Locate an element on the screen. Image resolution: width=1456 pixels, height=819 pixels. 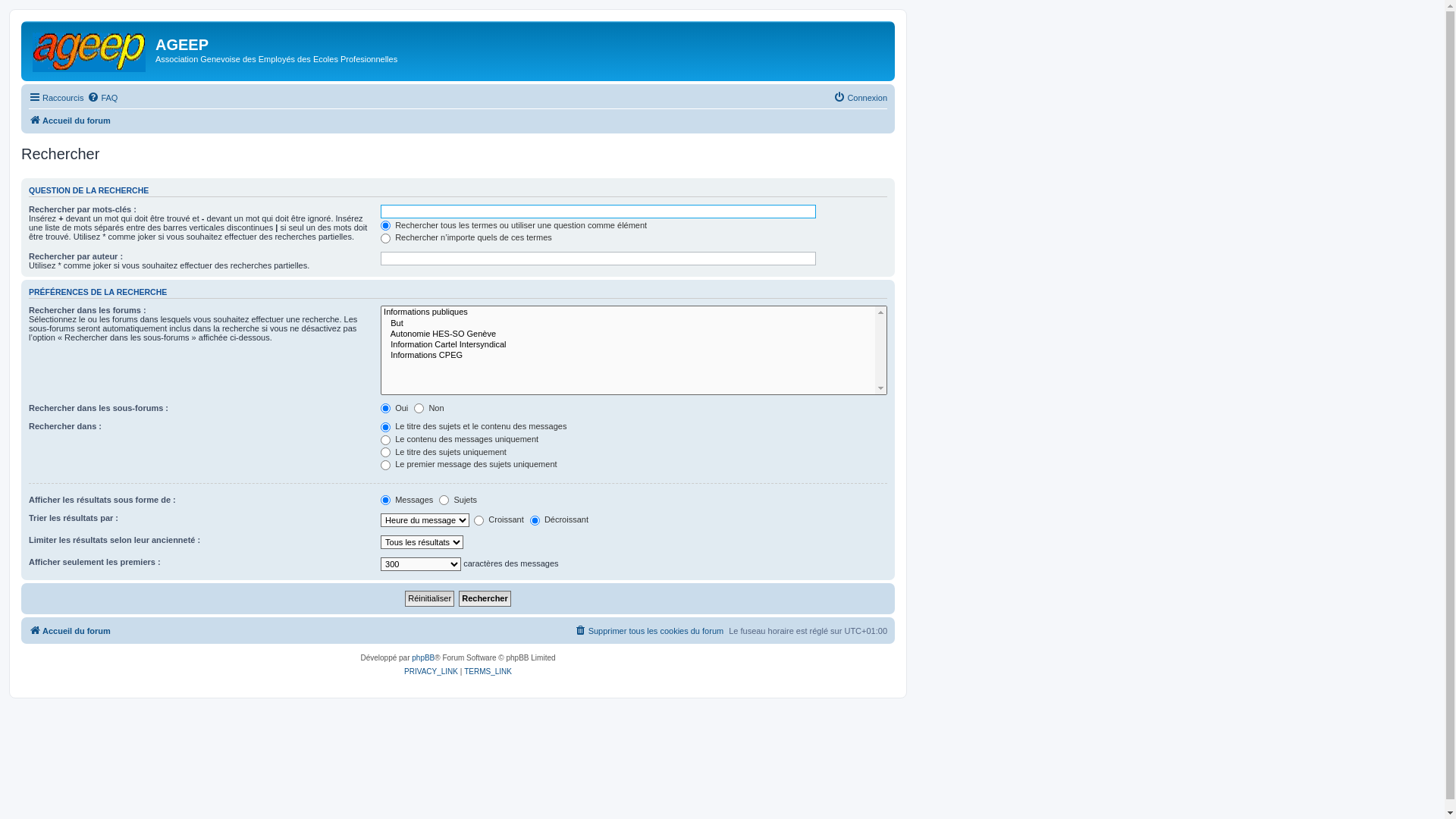
'Rechercher' is located at coordinates (457, 598).